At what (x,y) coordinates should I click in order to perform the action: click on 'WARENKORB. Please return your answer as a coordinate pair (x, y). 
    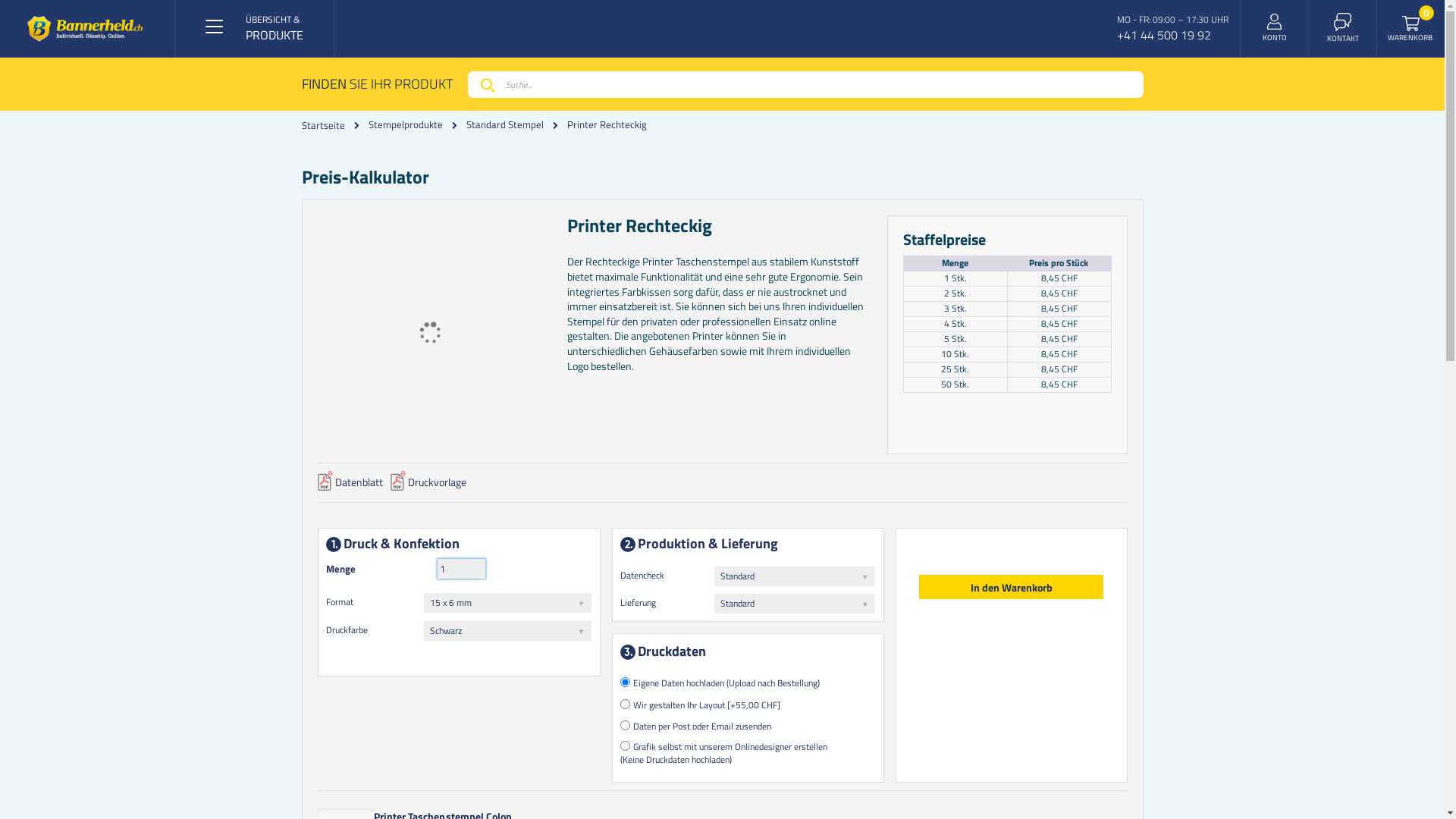
    Looking at the image, I should click on (1410, 28).